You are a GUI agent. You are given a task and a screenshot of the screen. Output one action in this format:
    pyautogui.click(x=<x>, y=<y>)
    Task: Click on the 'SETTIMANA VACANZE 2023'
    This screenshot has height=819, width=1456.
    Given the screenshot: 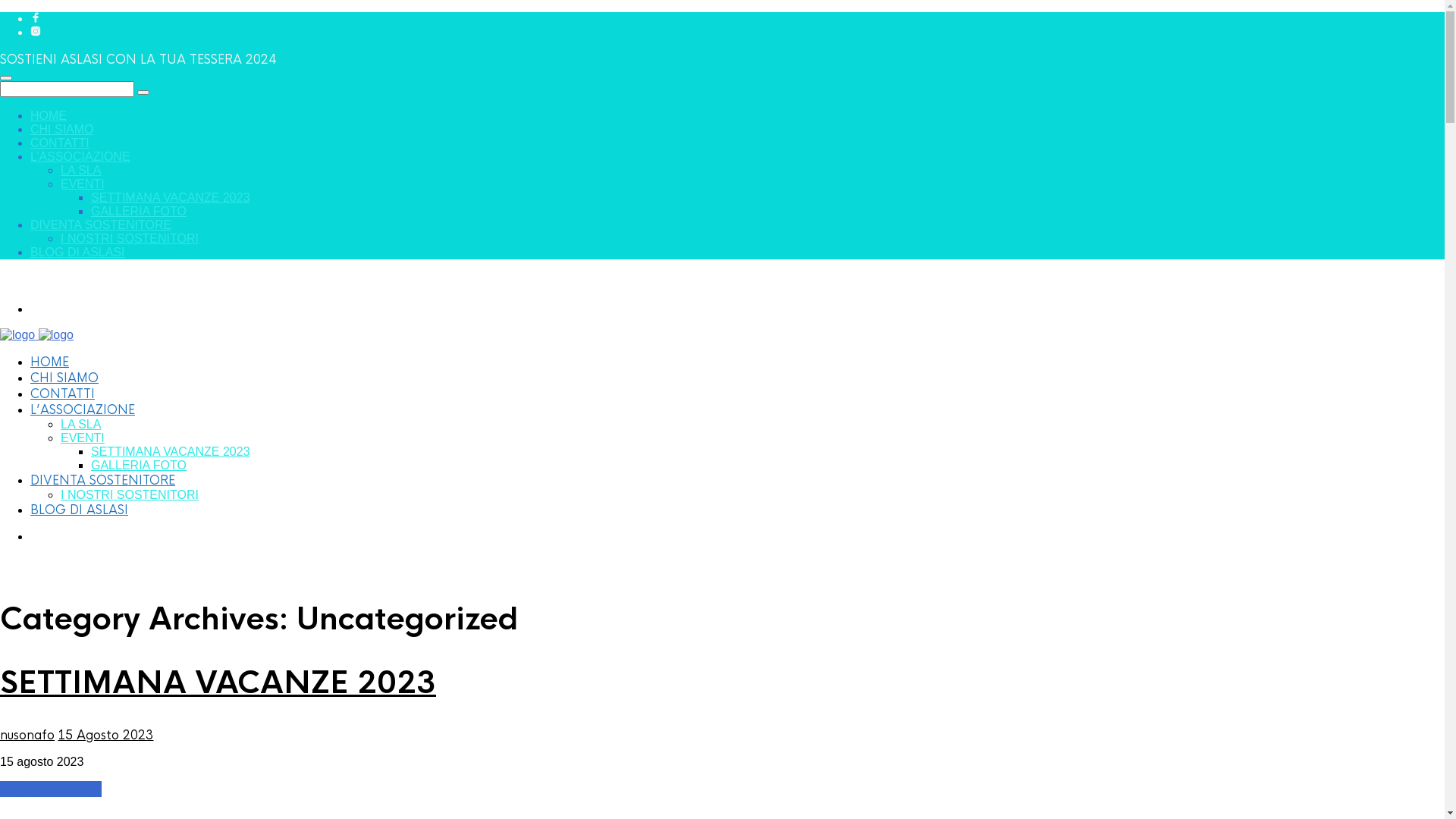 What is the action you would take?
    pyautogui.click(x=217, y=682)
    